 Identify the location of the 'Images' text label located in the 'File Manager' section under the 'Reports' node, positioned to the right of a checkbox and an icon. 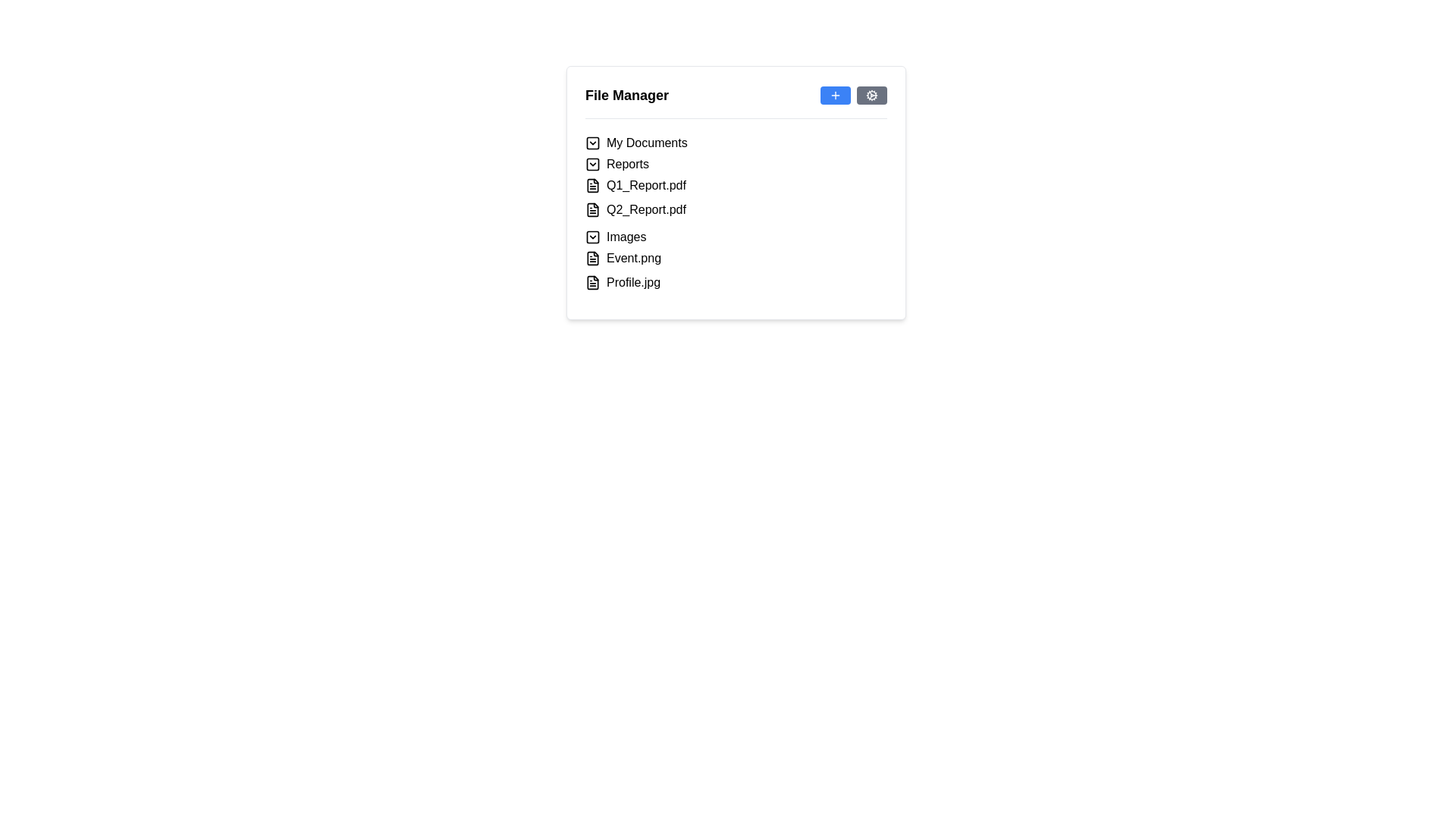
(626, 237).